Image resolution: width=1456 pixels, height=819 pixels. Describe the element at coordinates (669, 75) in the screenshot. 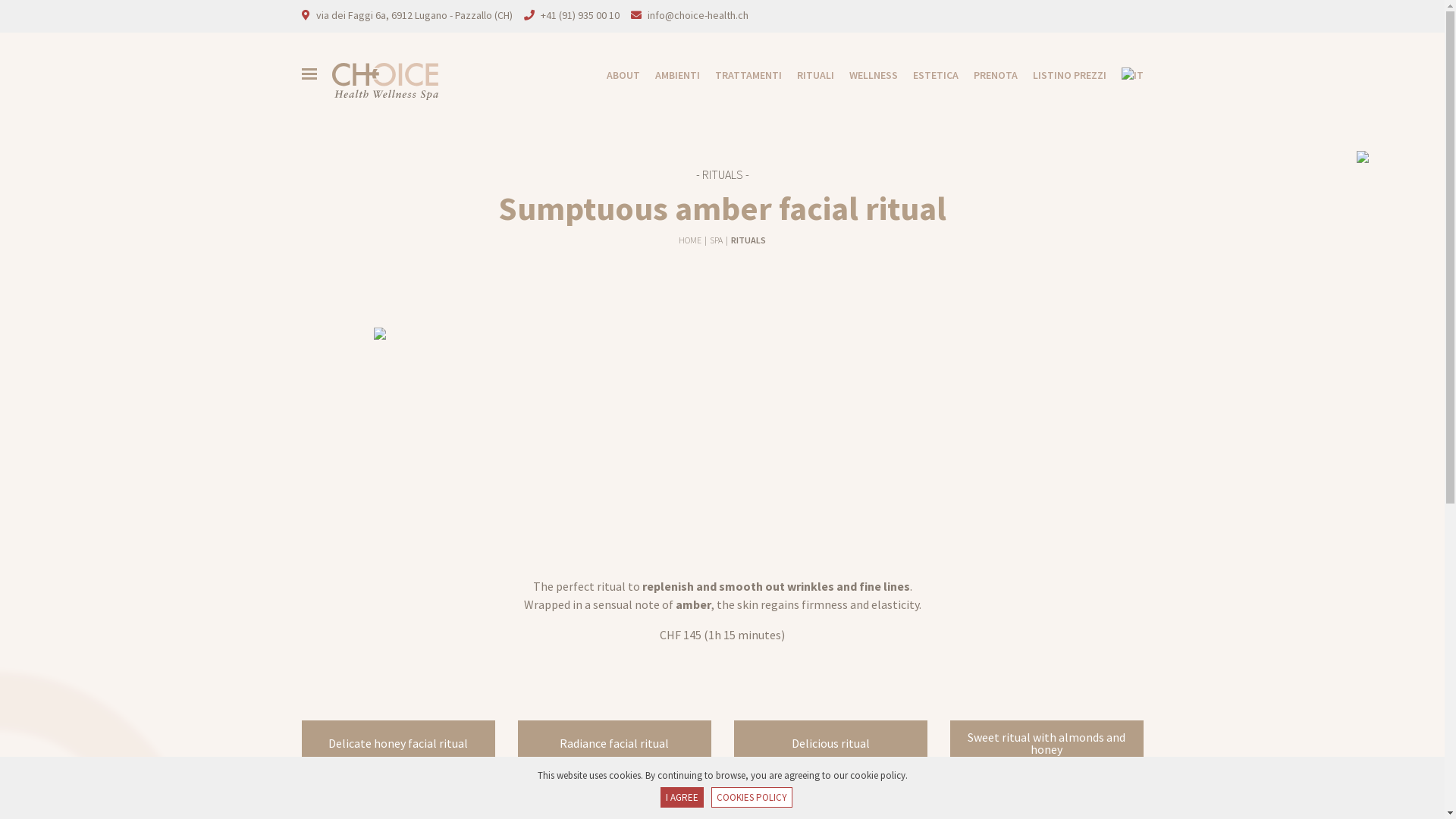

I see `'AMBIENTI'` at that location.